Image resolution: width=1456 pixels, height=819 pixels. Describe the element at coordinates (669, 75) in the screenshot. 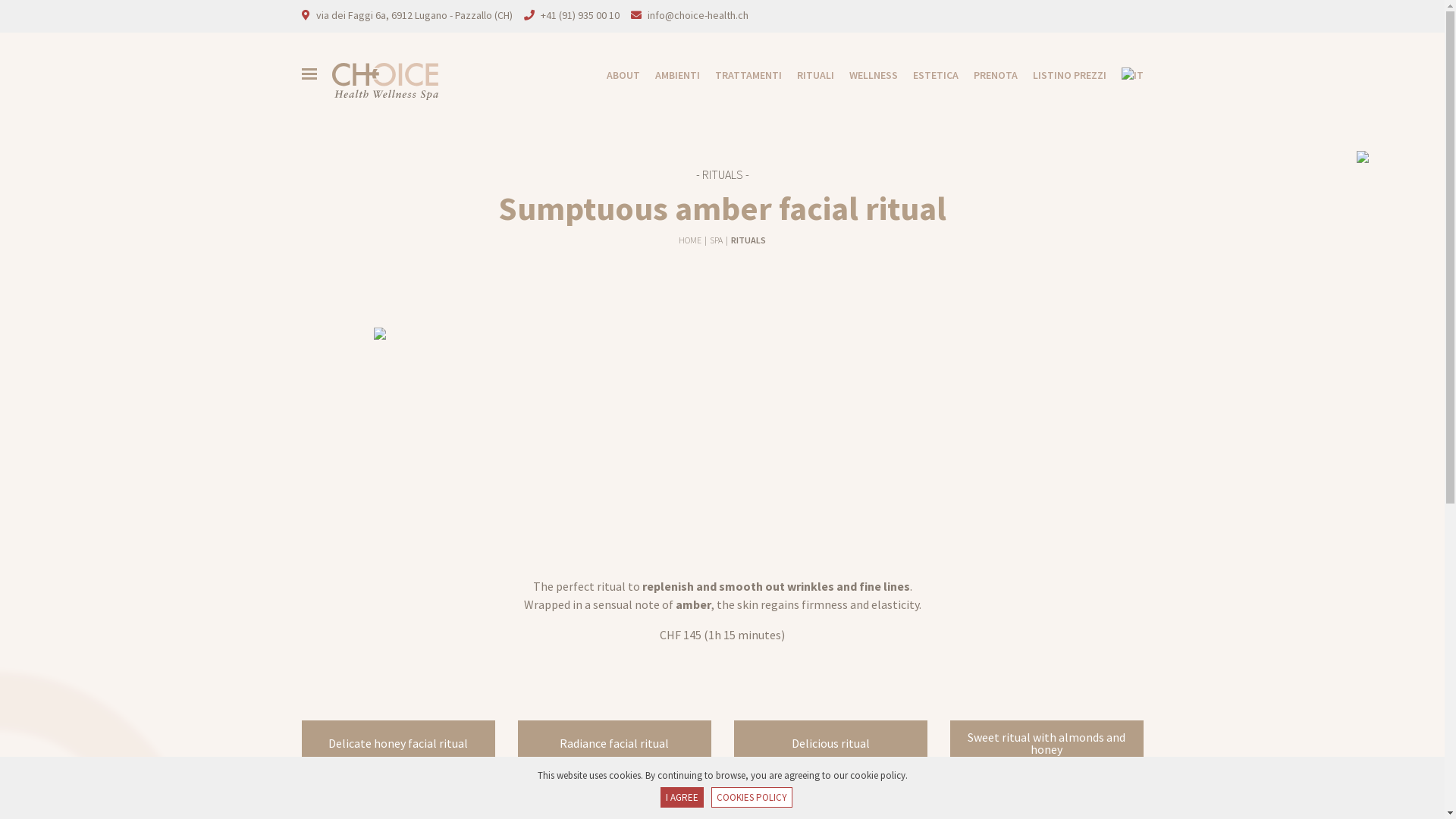

I see `'AMBIENTI'` at that location.